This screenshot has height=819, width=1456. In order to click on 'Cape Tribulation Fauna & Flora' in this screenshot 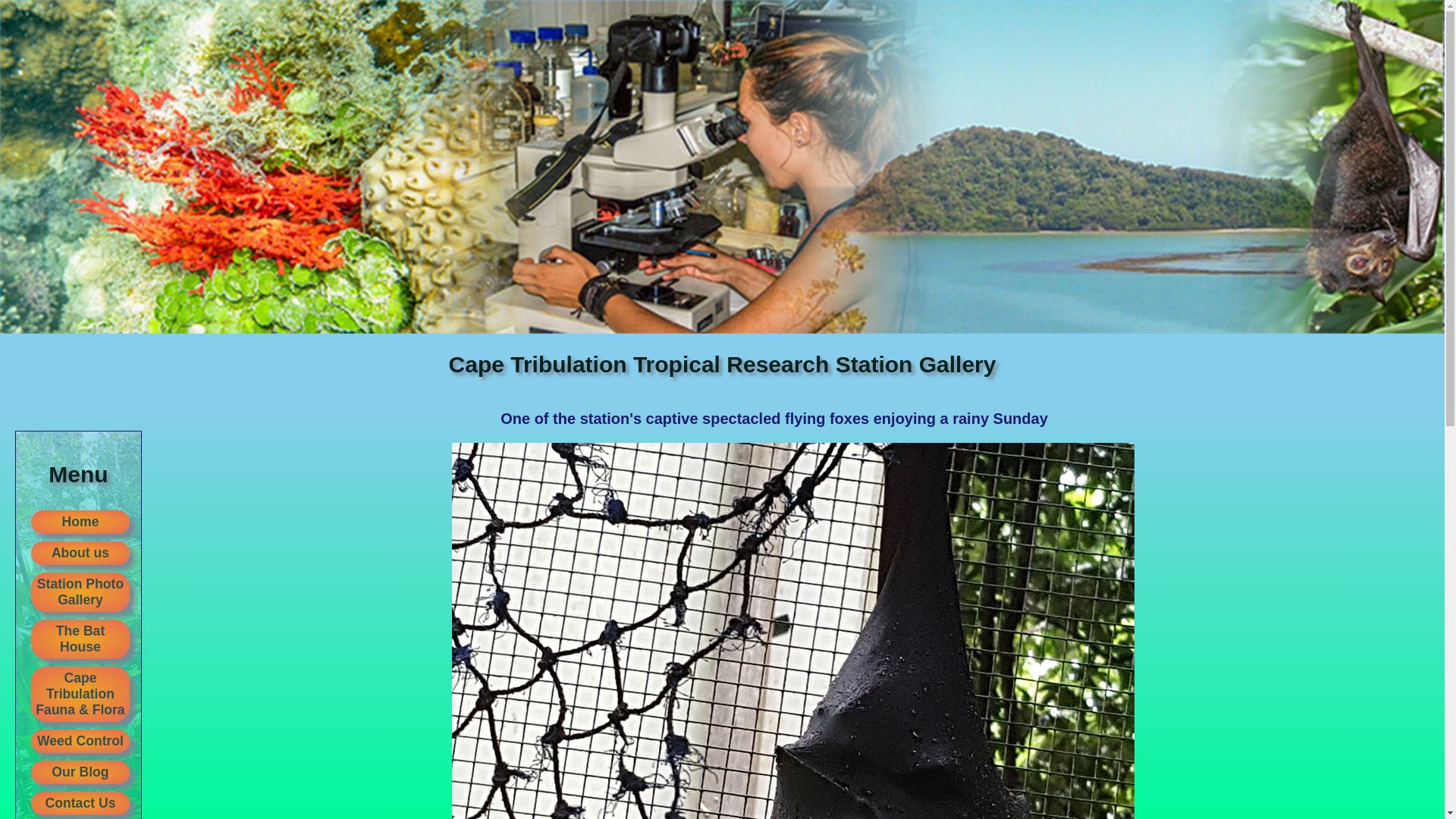, I will do `click(79, 694)`.